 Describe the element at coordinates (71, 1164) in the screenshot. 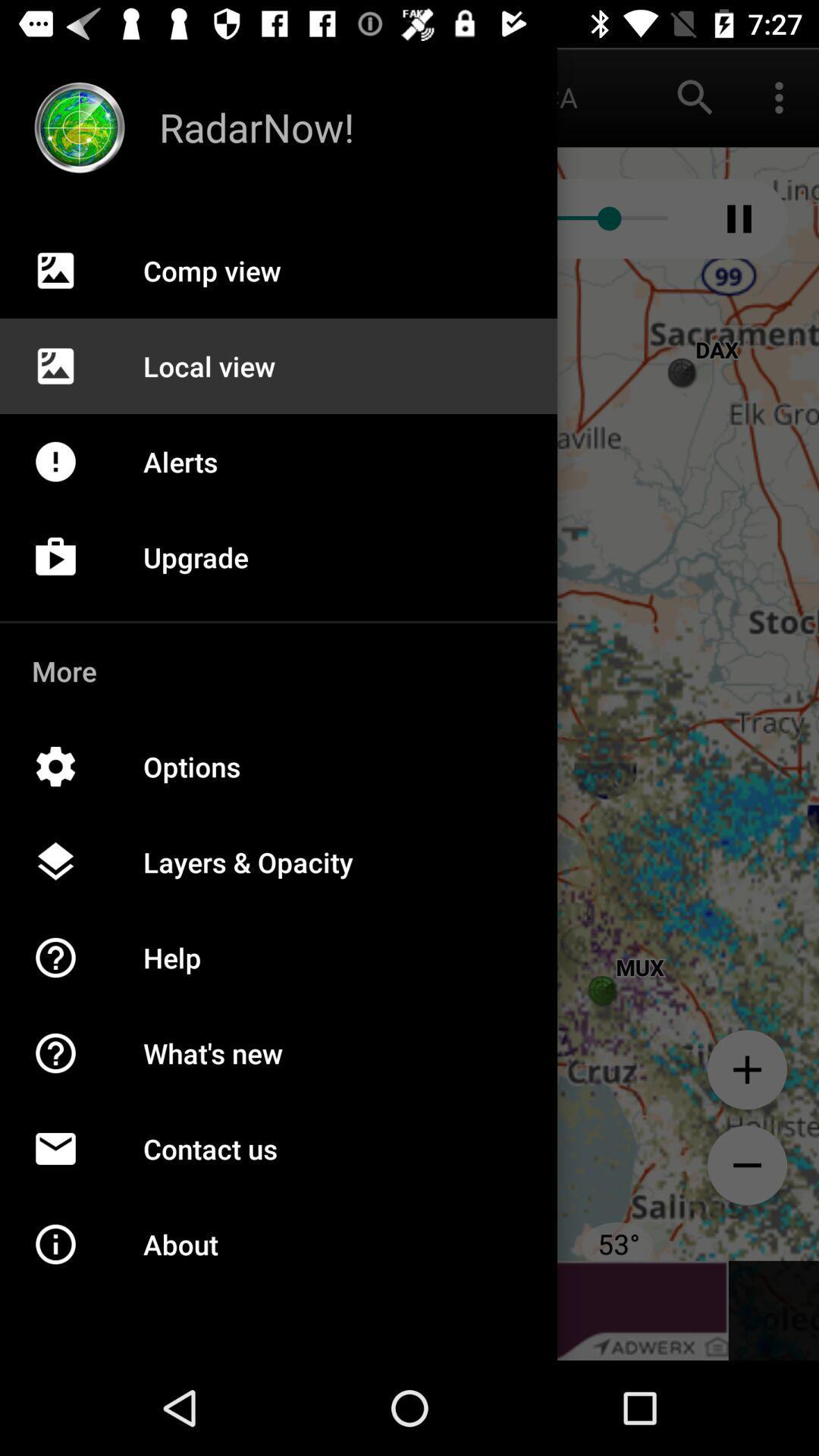

I see `the email icon` at that location.